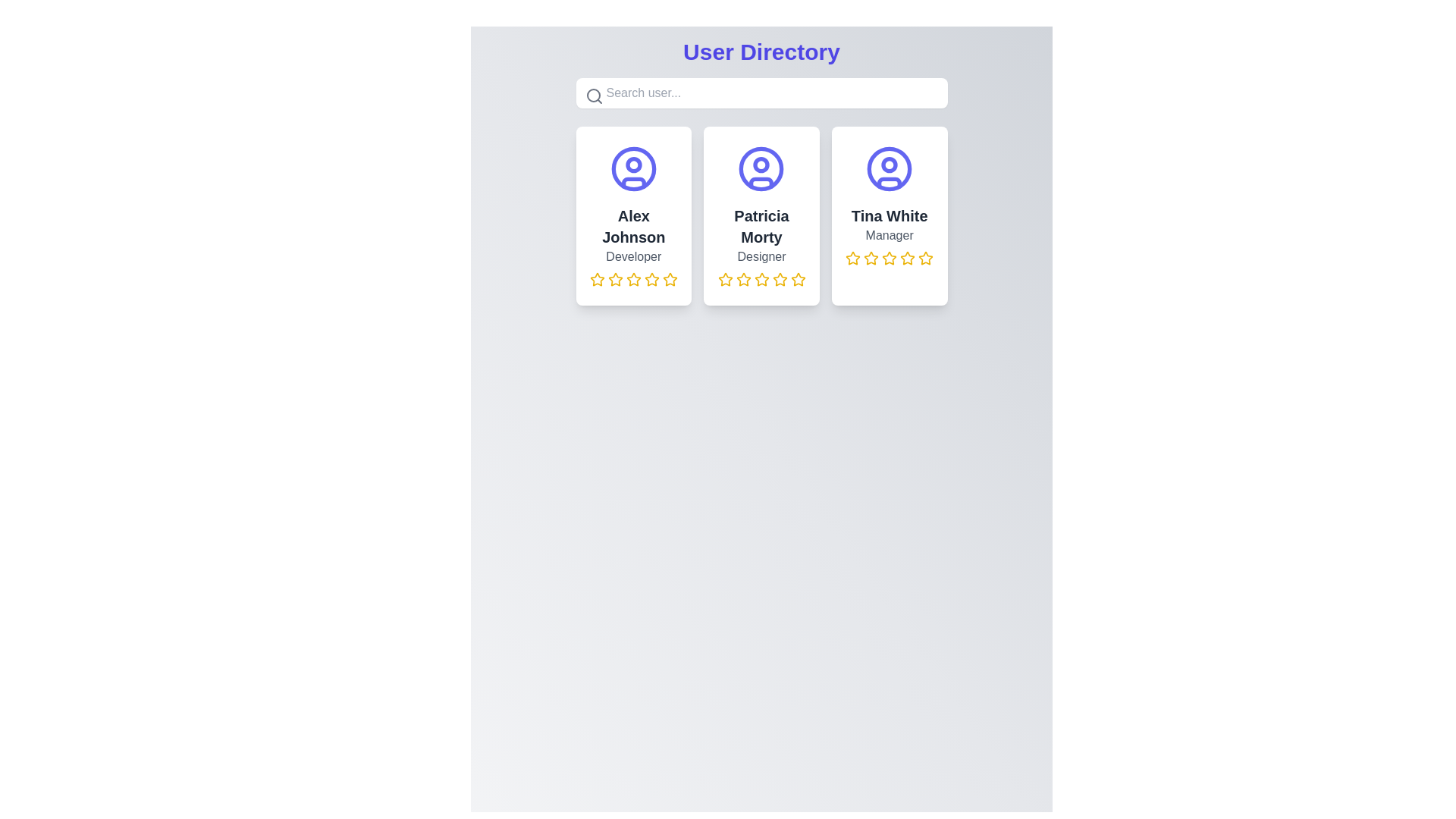 Image resolution: width=1456 pixels, height=819 pixels. Describe the element at coordinates (871, 257) in the screenshot. I see `the visual representation of the third star in the five-star rating for user Tina White, located in the User Directory` at that location.